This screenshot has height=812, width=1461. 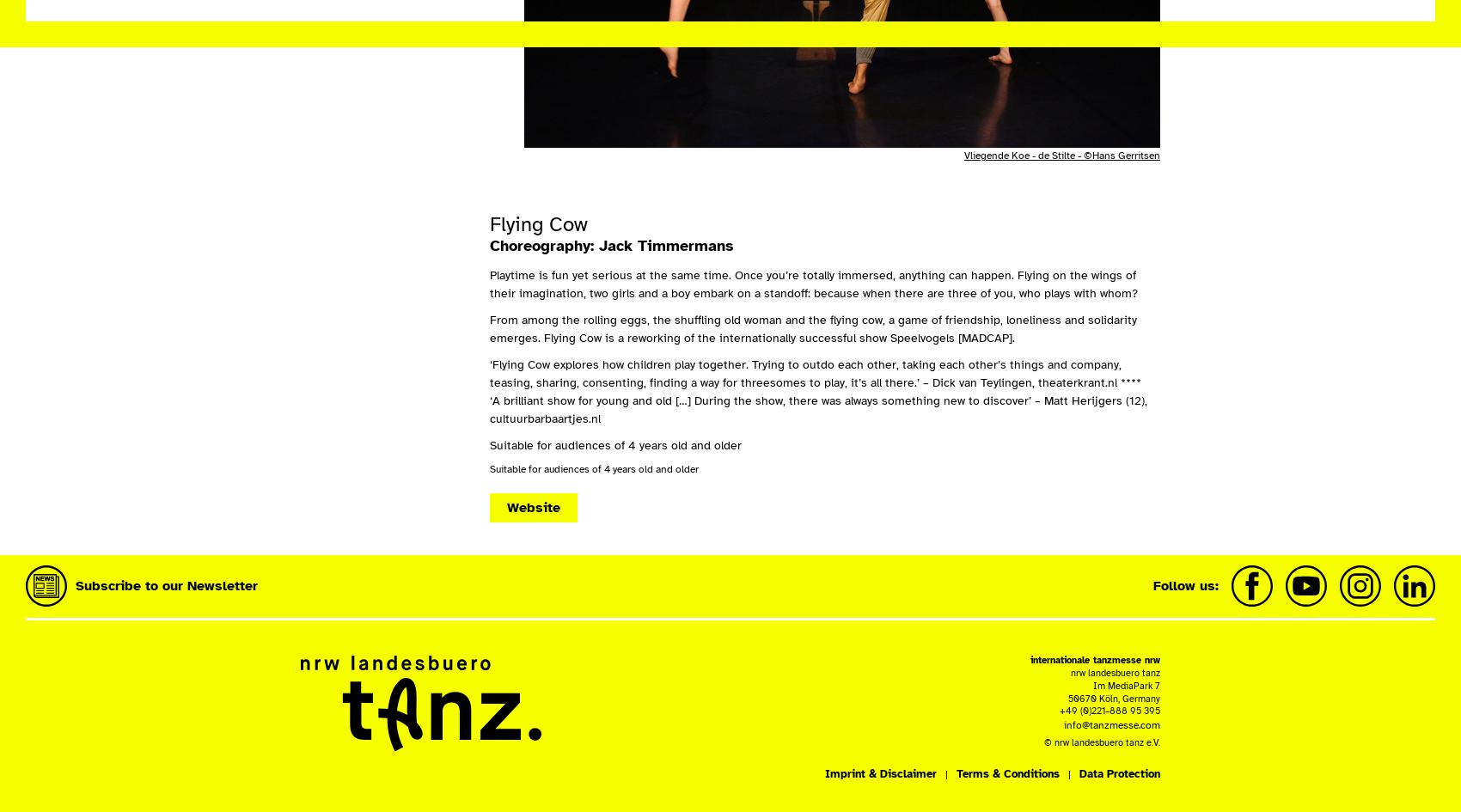 What do you see at coordinates (594, 469) in the screenshot?
I see `'Suitable for audiences of 4 years old and older﻿​'` at bounding box center [594, 469].